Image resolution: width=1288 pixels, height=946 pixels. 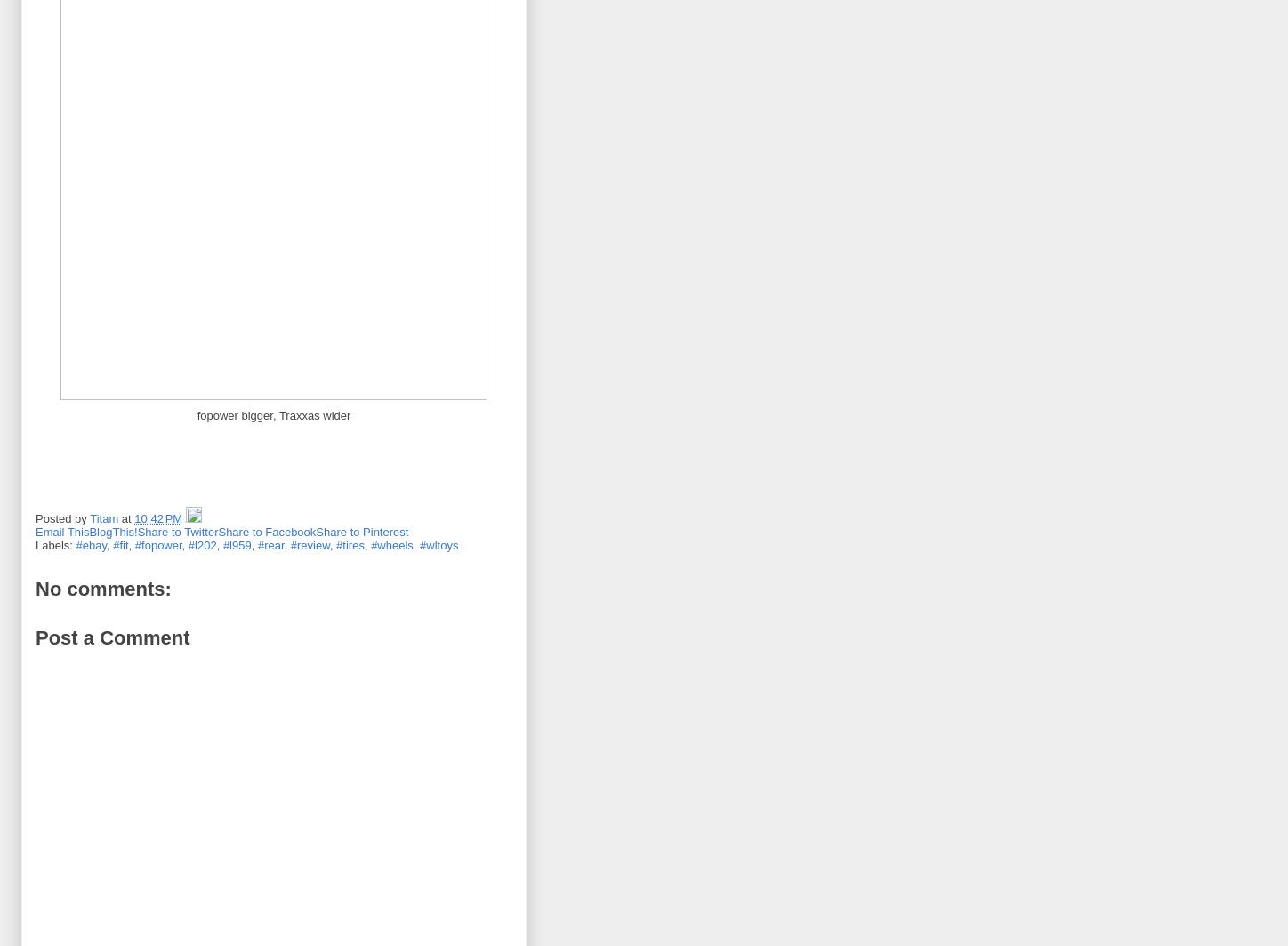 What do you see at coordinates (350, 544) in the screenshot?
I see `'#tires'` at bounding box center [350, 544].